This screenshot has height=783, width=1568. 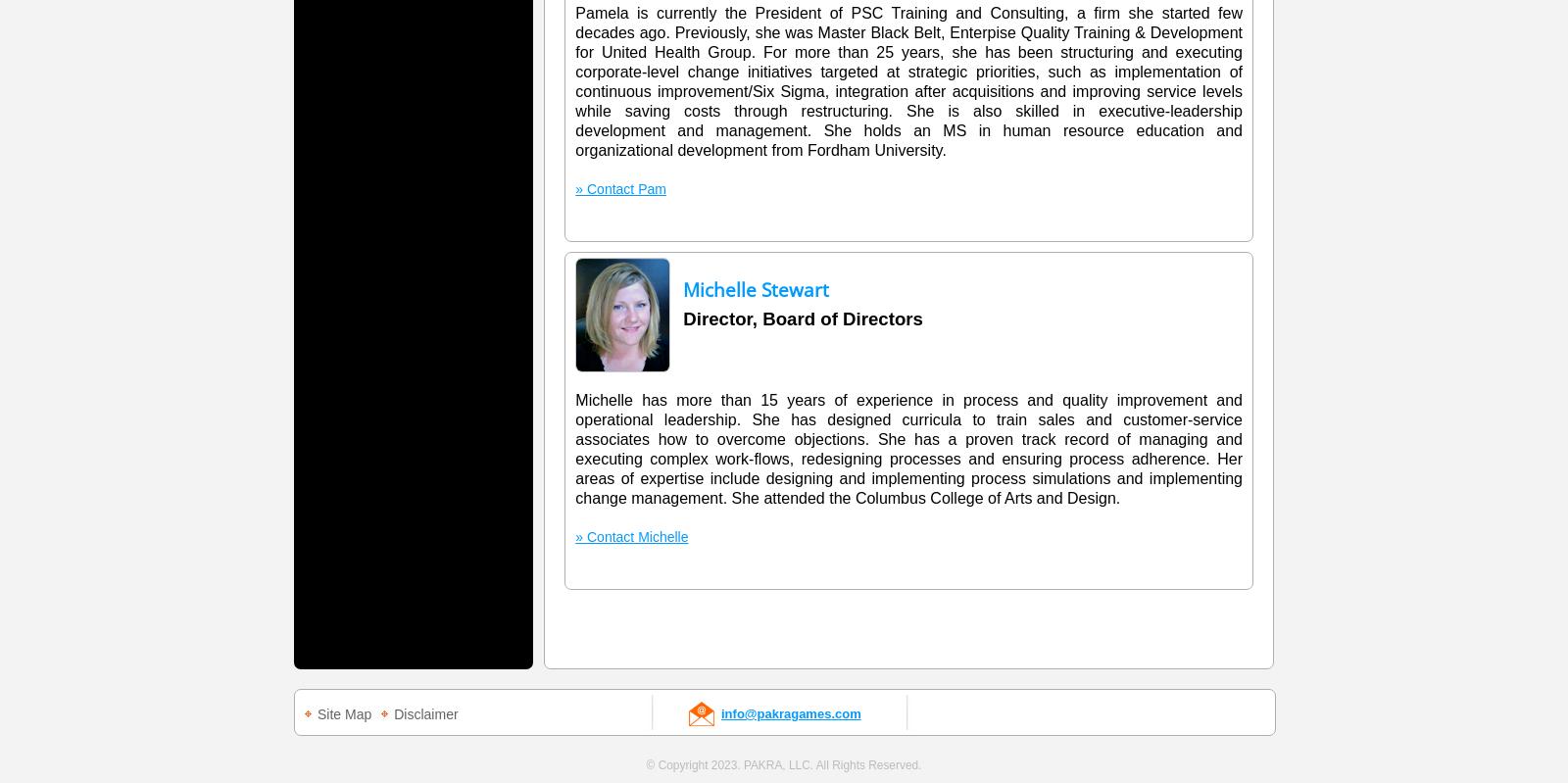 What do you see at coordinates (907, 81) in the screenshot?
I see `'Pamela is currently the President of PSC Training and Consulting, a firm she started few decades ago. Previously, she was Master Black Belt, Enterpise Quality Training & Development for United Health Group. For more than 25 years, she has been structuring and executing corporate-level change initiatives targeted at strategic priorities, such as implementation of continuous improvement/Six Sigma, integration after acquisitions and improving service levels while saving costs through restructuring. She is also skilled in executive-leadership development and management. She holds an MS in human resource education and organizational development from Fordham University.'` at bounding box center [907, 81].